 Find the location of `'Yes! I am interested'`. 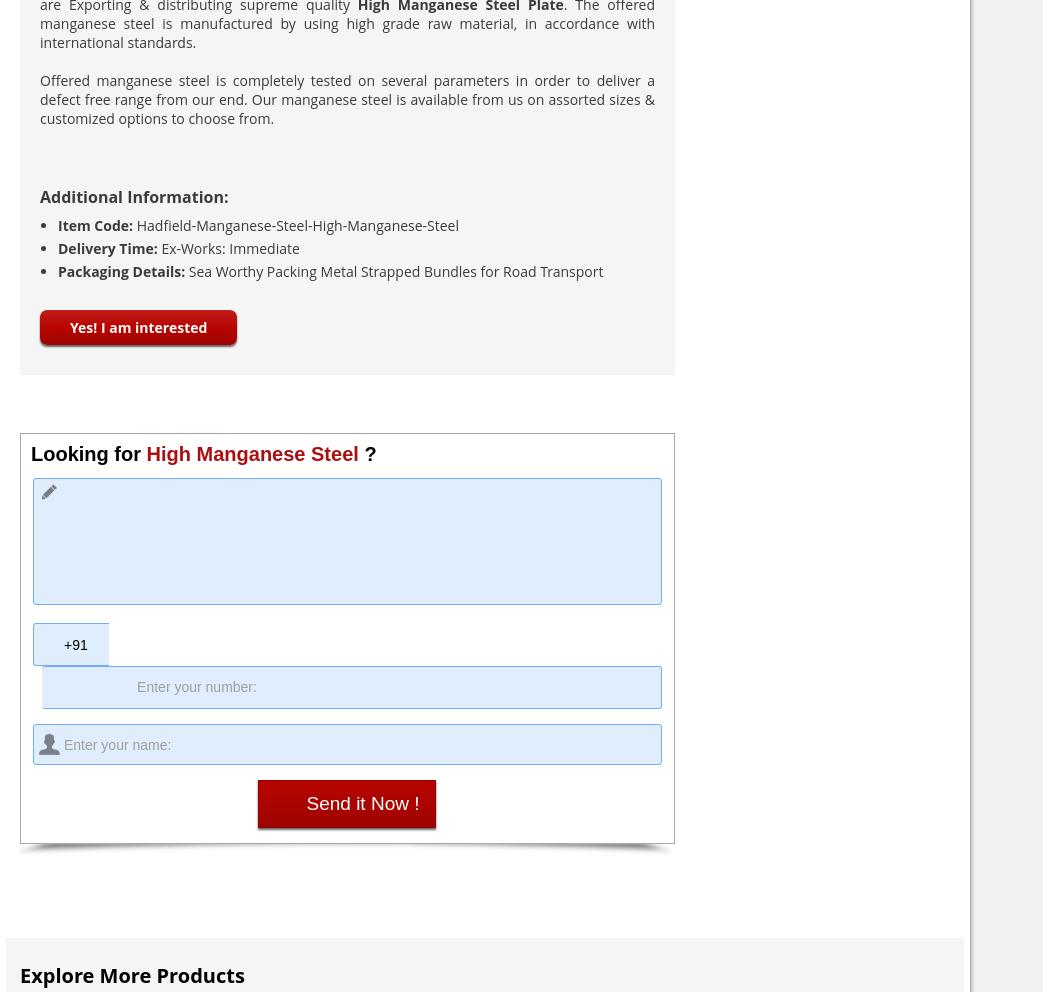

'Yes! I am interested' is located at coordinates (138, 327).